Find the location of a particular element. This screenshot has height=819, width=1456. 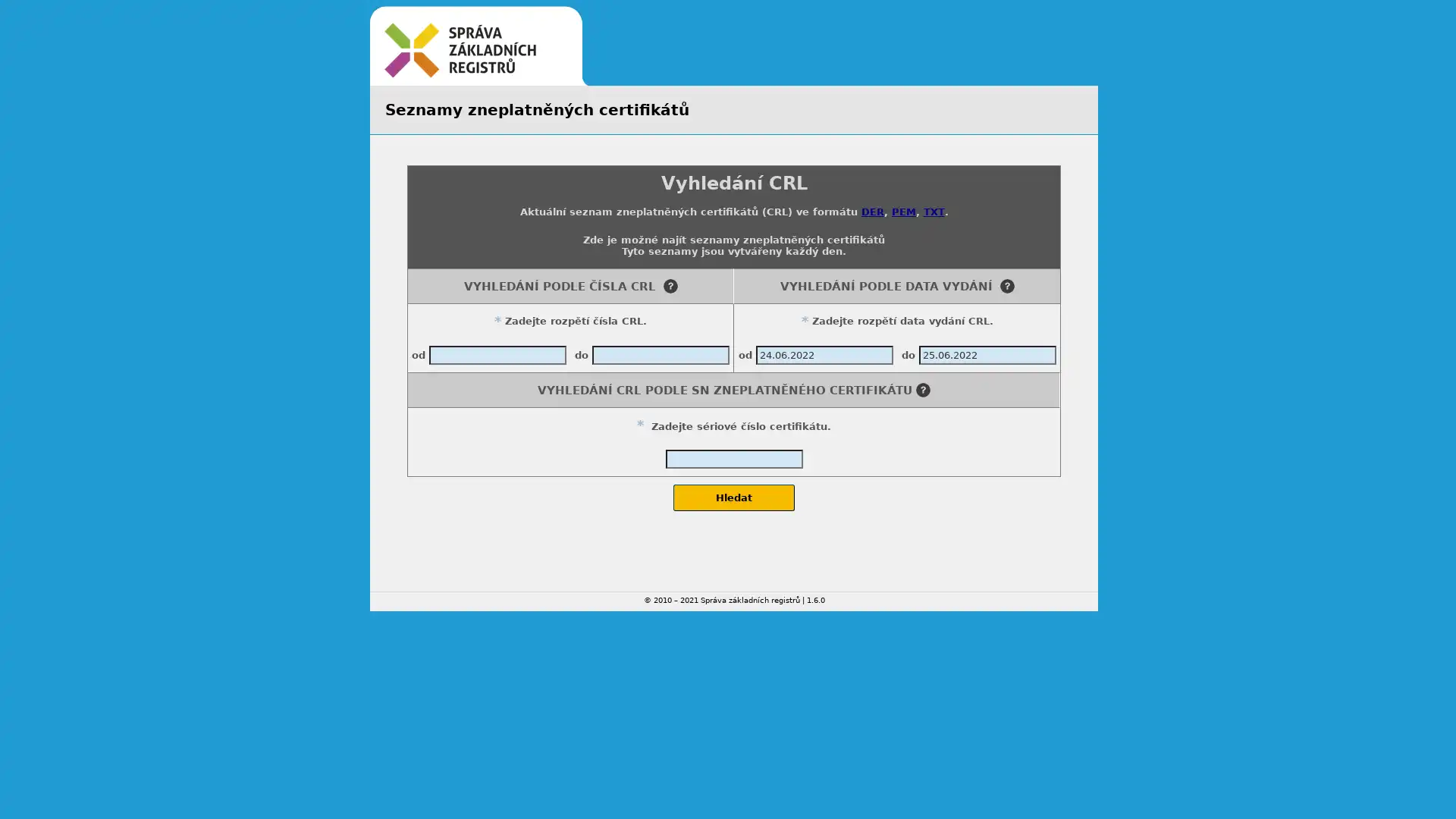

Napoveda is located at coordinates (921, 389).